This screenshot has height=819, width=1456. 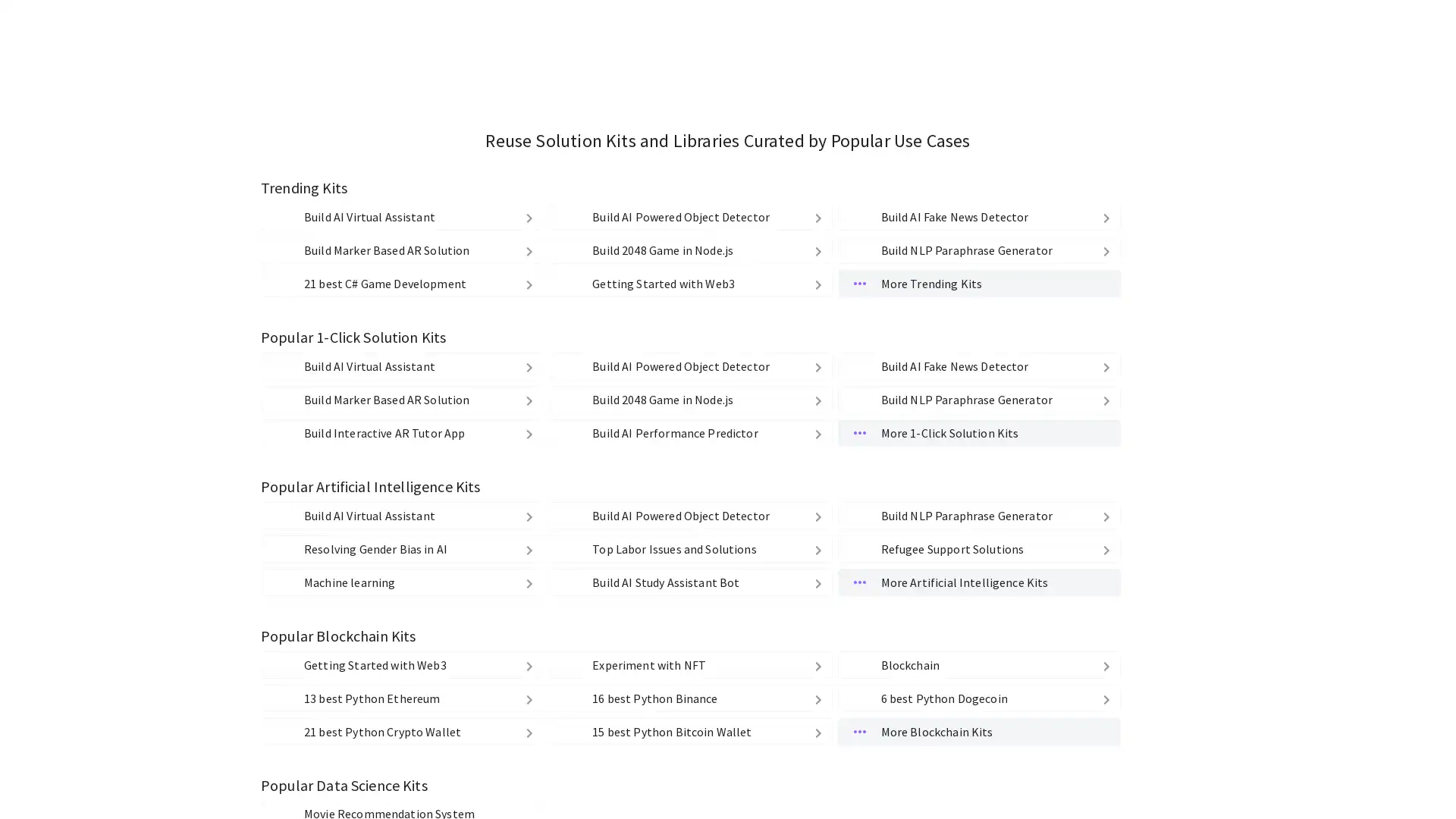 What do you see at coordinates (817, 748) in the screenshot?
I see `delete` at bounding box center [817, 748].